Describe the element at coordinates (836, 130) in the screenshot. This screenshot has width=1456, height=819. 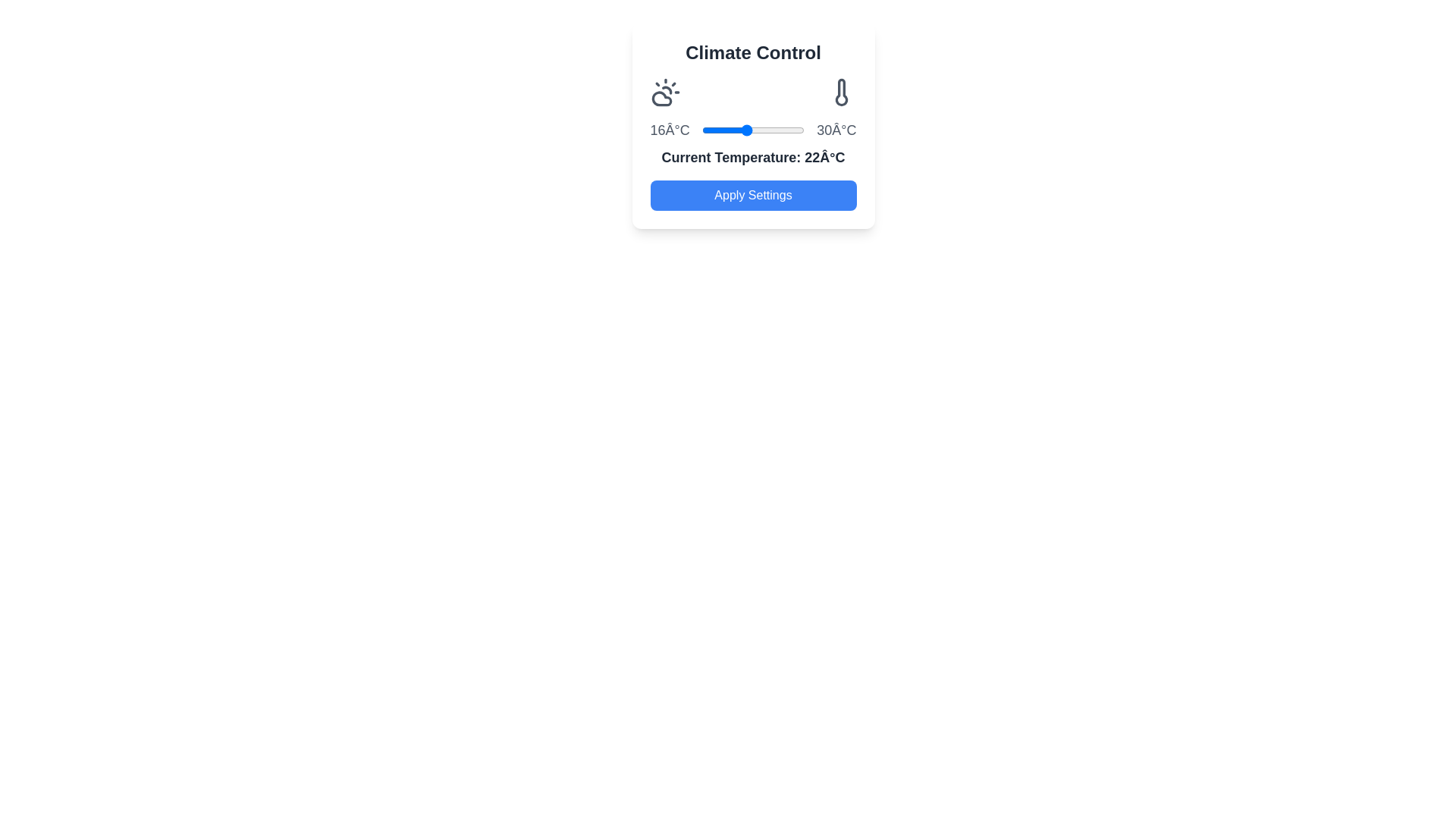
I see `the temperature label displaying '30°C', which is located in the 'Climate Control' panel at the top right corner of the slider, styled in large bold gray font` at that location.